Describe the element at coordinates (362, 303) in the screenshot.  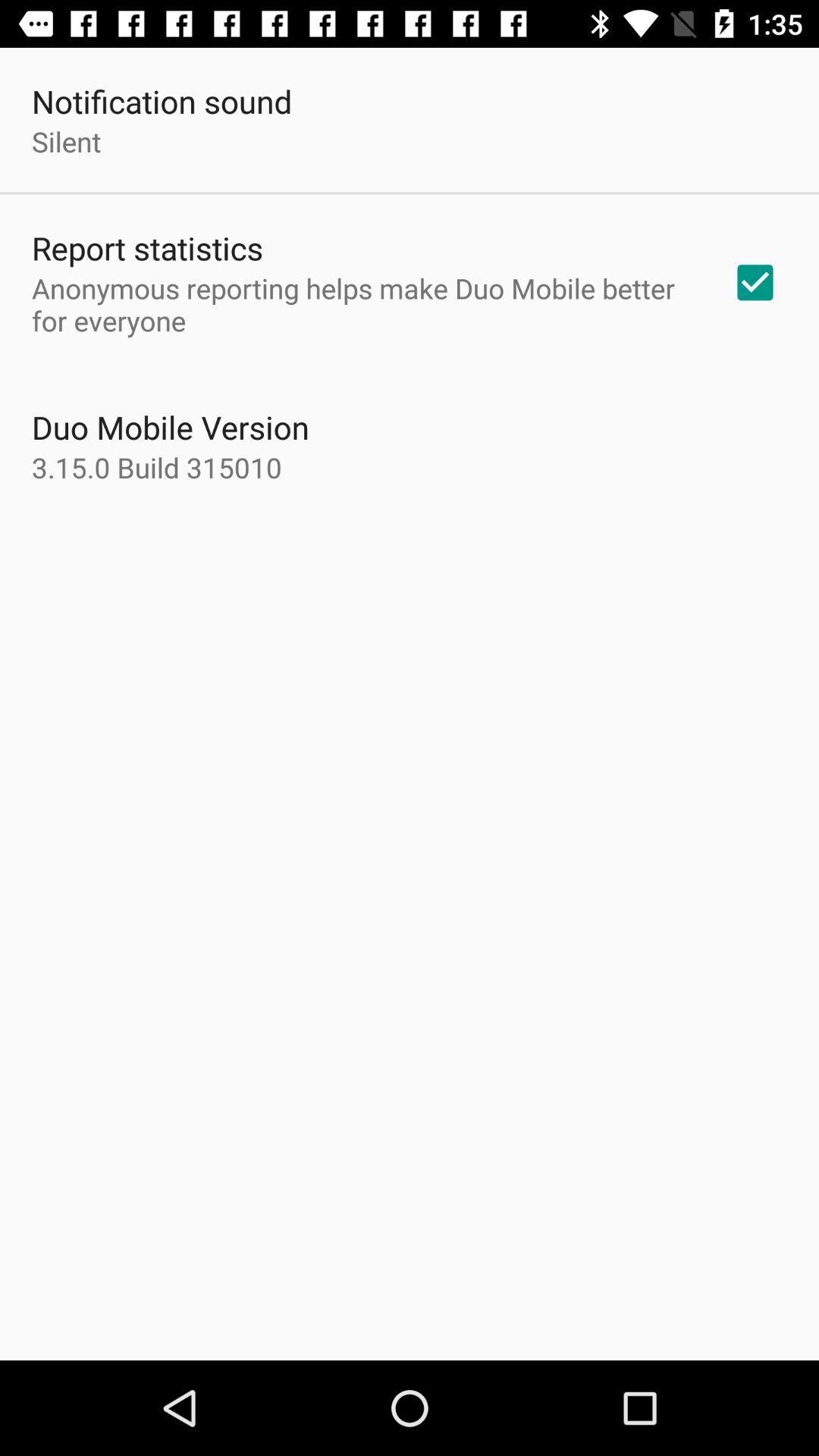
I see `the icon below the report statistics` at that location.